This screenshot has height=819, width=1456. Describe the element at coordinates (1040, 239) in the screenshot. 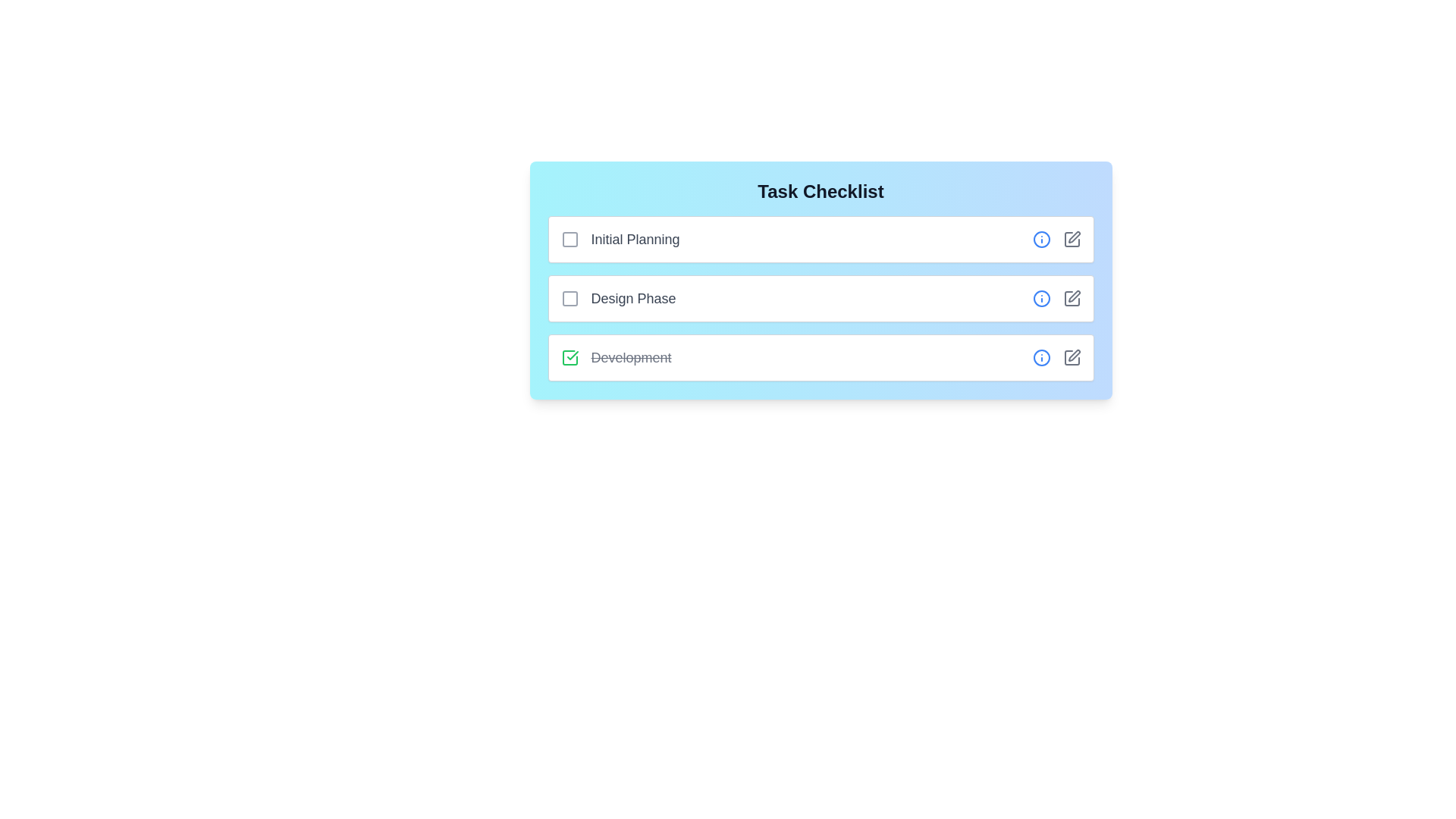

I see `the info icon for the task Initial Planning` at that location.